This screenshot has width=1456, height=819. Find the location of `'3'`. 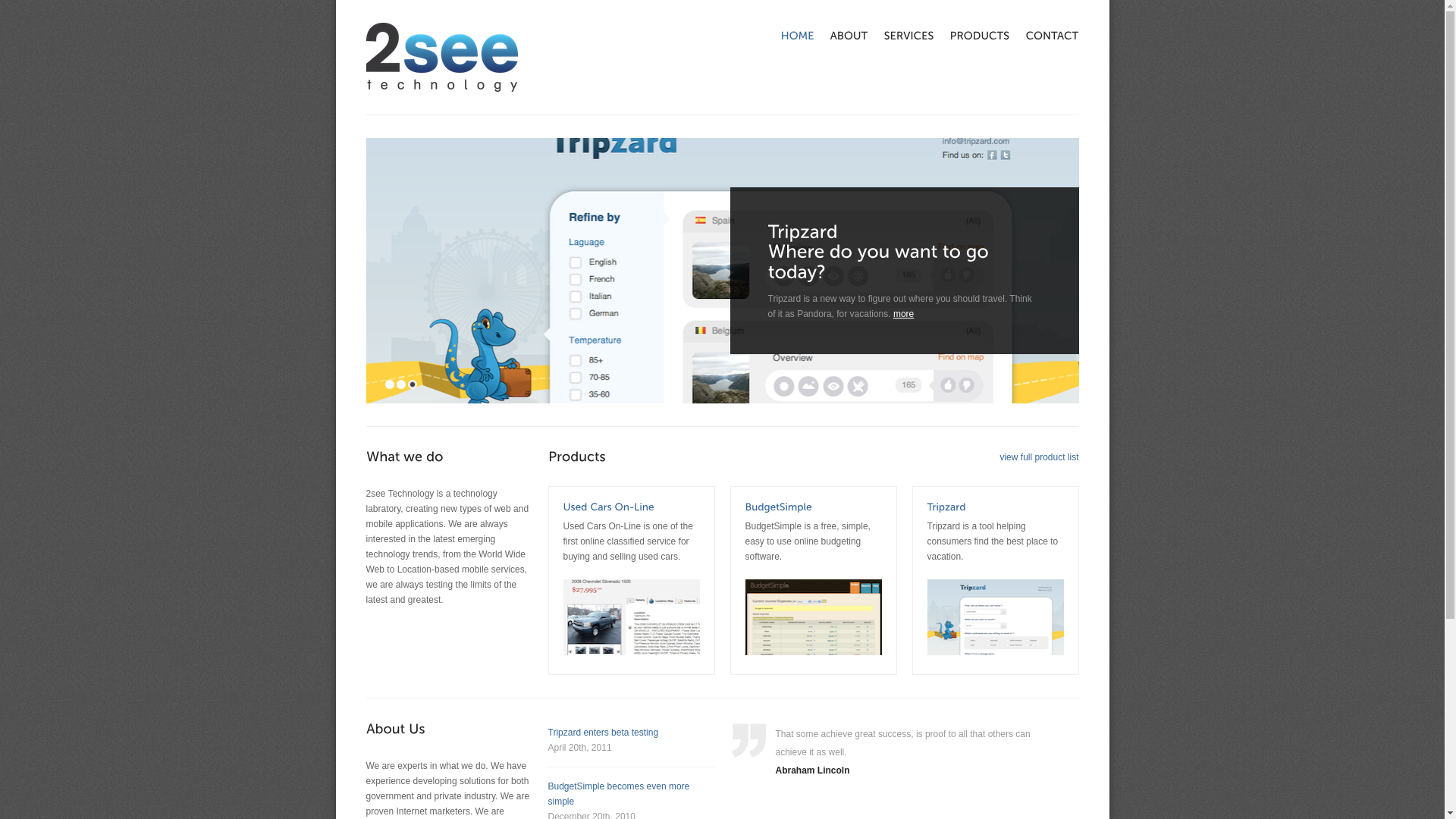

'3' is located at coordinates (412, 383).